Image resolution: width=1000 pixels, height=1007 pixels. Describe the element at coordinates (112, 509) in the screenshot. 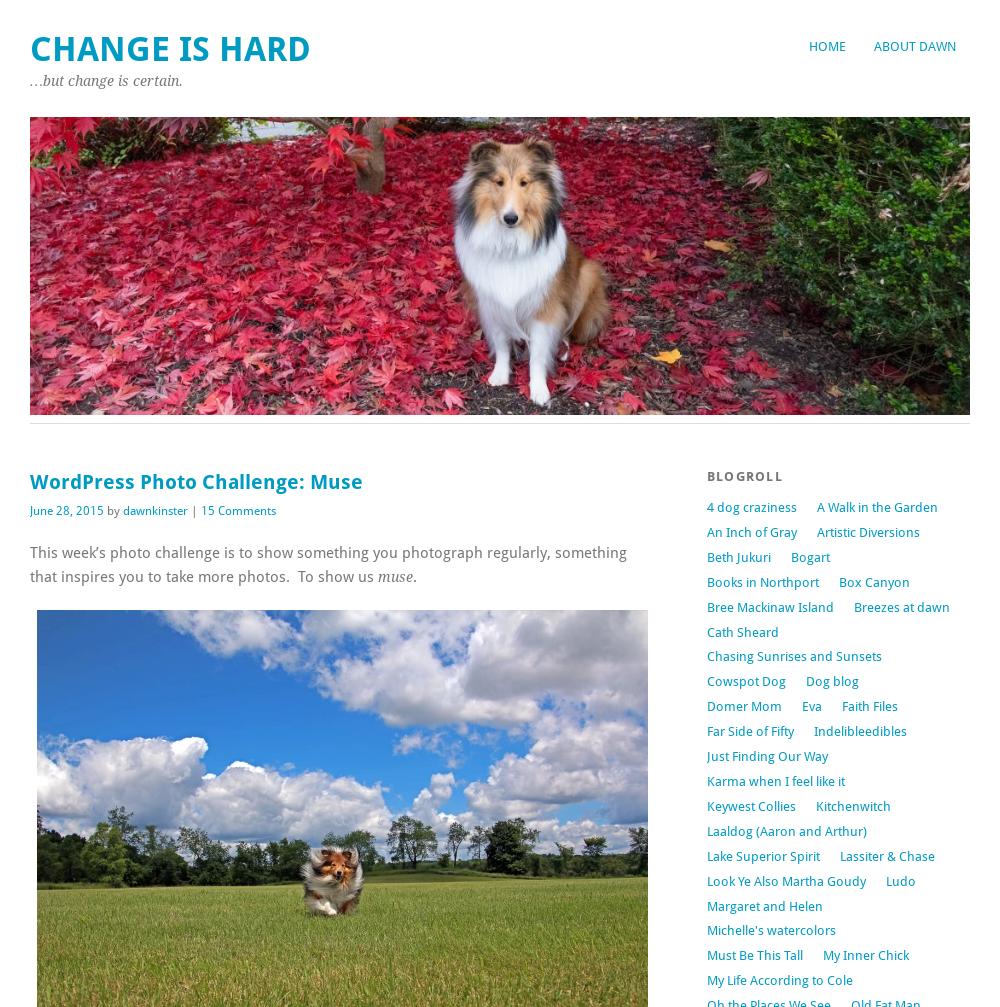

I see `'by'` at that location.